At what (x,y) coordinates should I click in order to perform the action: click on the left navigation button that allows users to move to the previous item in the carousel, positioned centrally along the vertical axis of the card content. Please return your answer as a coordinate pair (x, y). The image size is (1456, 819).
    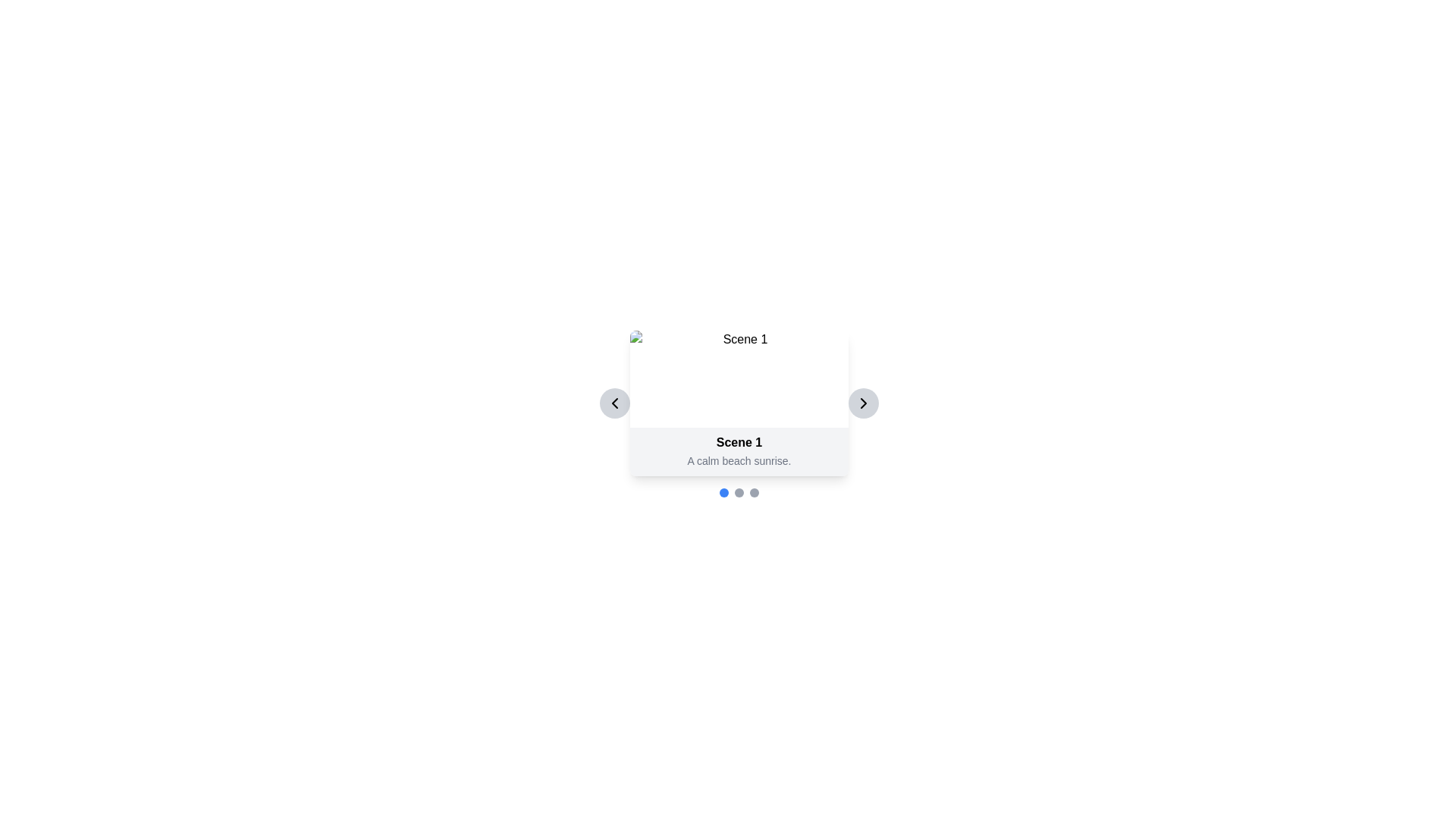
    Looking at the image, I should click on (615, 403).